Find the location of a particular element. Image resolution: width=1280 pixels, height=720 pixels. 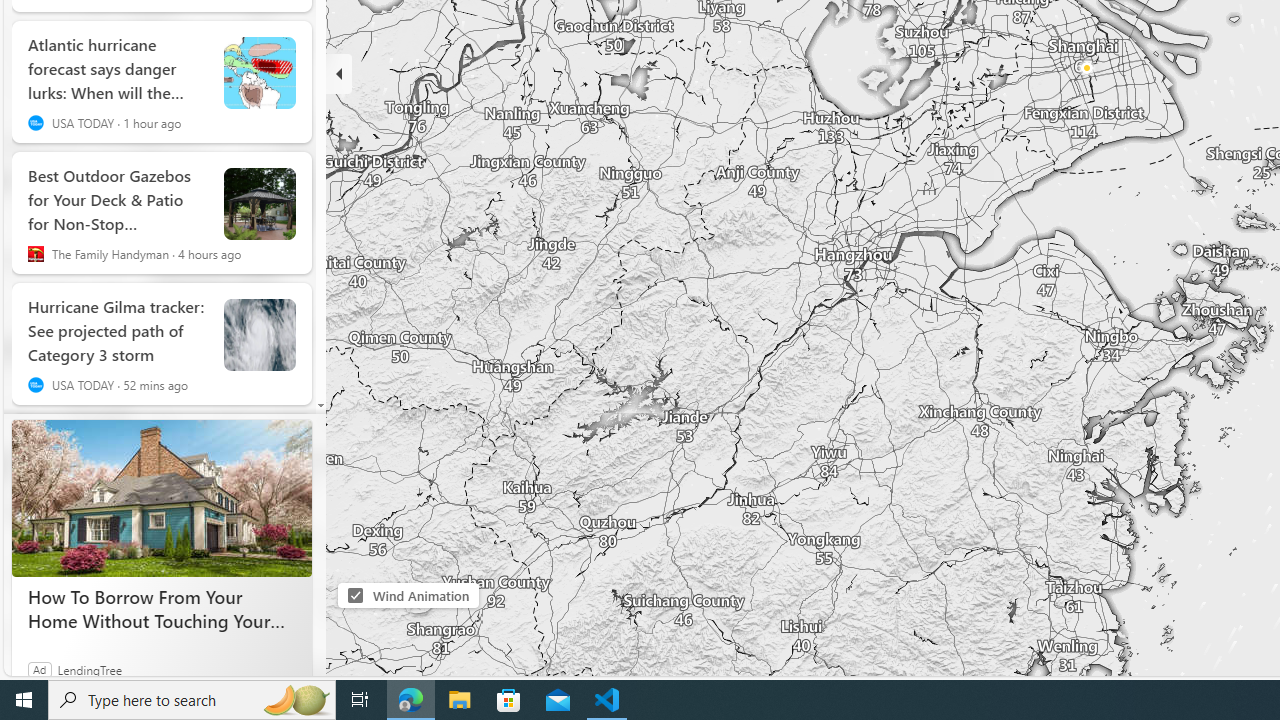

'LendingTree' is located at coordinates (89, 669).